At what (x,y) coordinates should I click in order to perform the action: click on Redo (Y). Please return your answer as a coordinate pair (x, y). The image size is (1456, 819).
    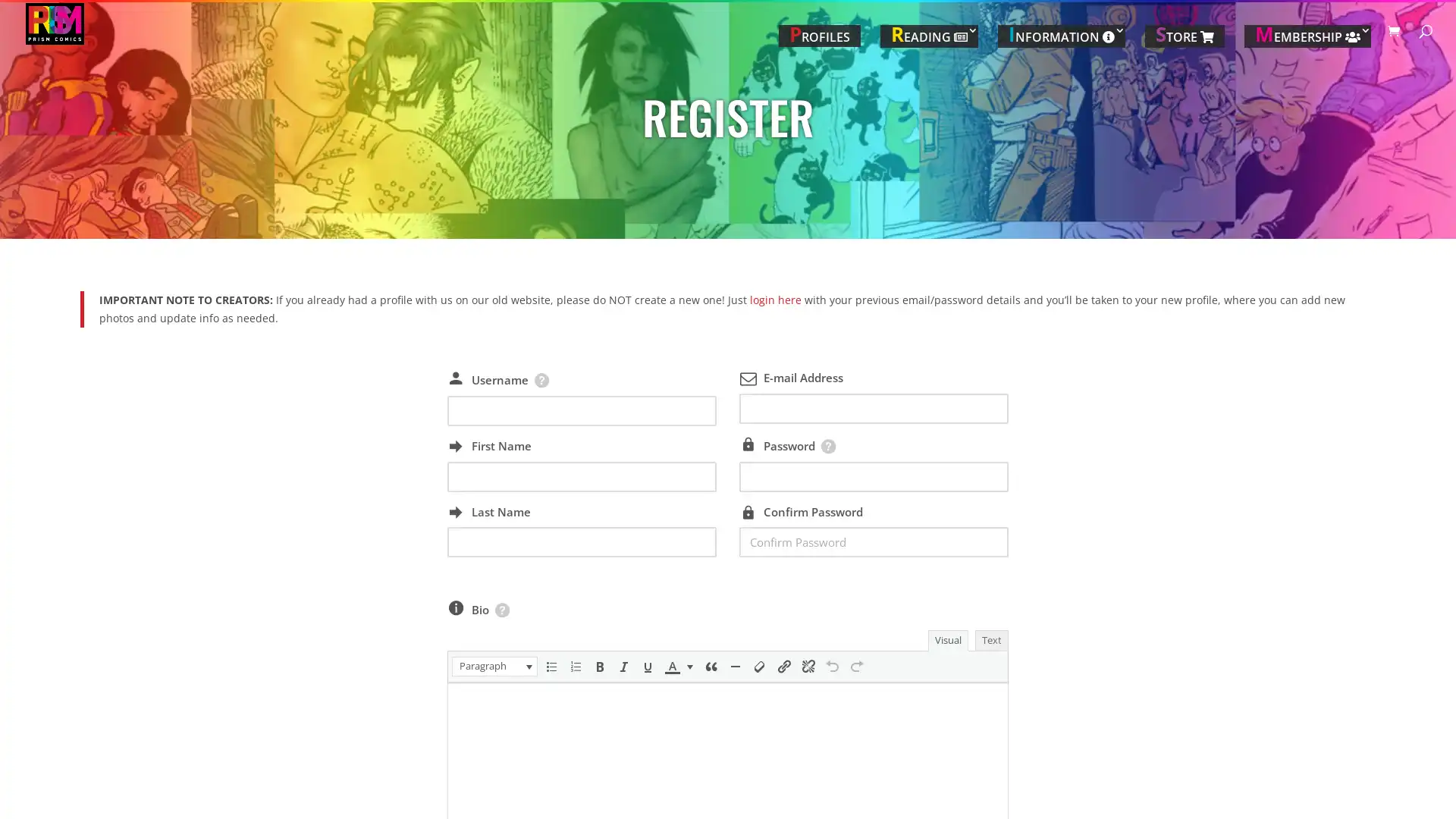
    Looking at the image, I should click on (855, 666).